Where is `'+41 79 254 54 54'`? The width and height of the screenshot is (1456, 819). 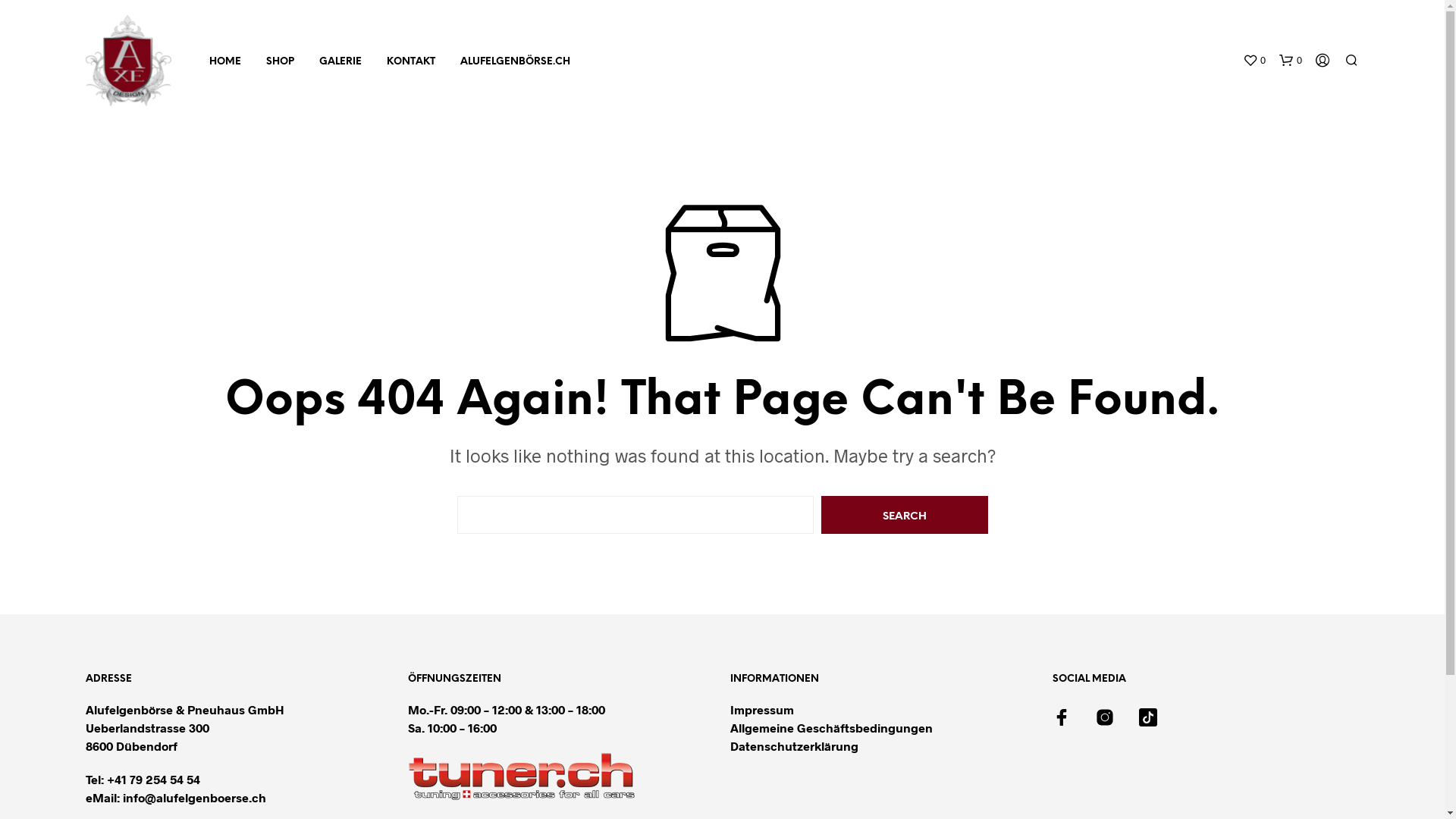 '+41 79 254 54 54' is located at coordinates (105, 779).